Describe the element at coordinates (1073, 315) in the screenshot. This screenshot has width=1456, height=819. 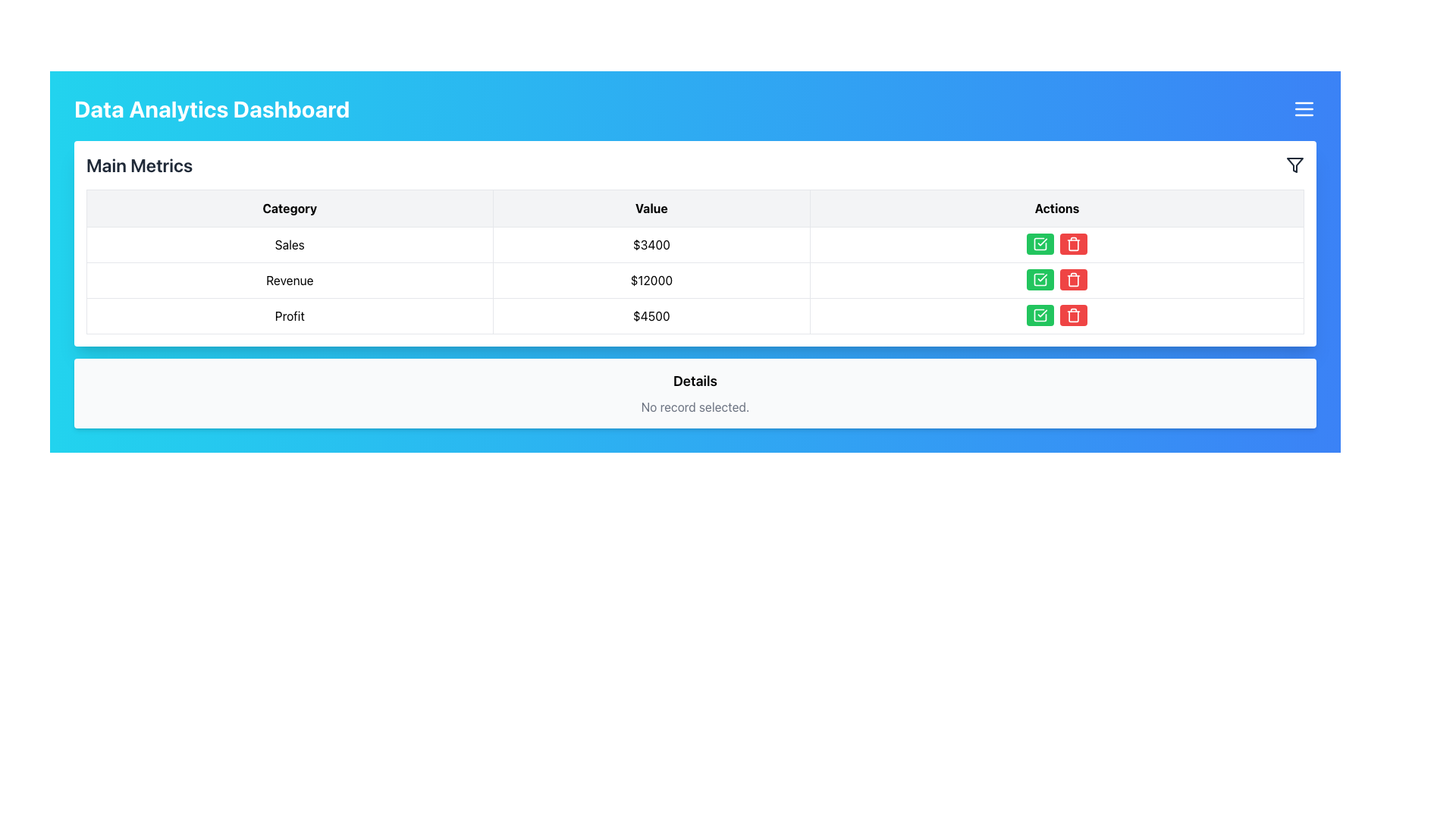
I see `the red trash bin icon in the 'Actions' column of the data table, which is the second icon in the third row associated with the 'Profit' entry to possibly reveal additional information` at that location.